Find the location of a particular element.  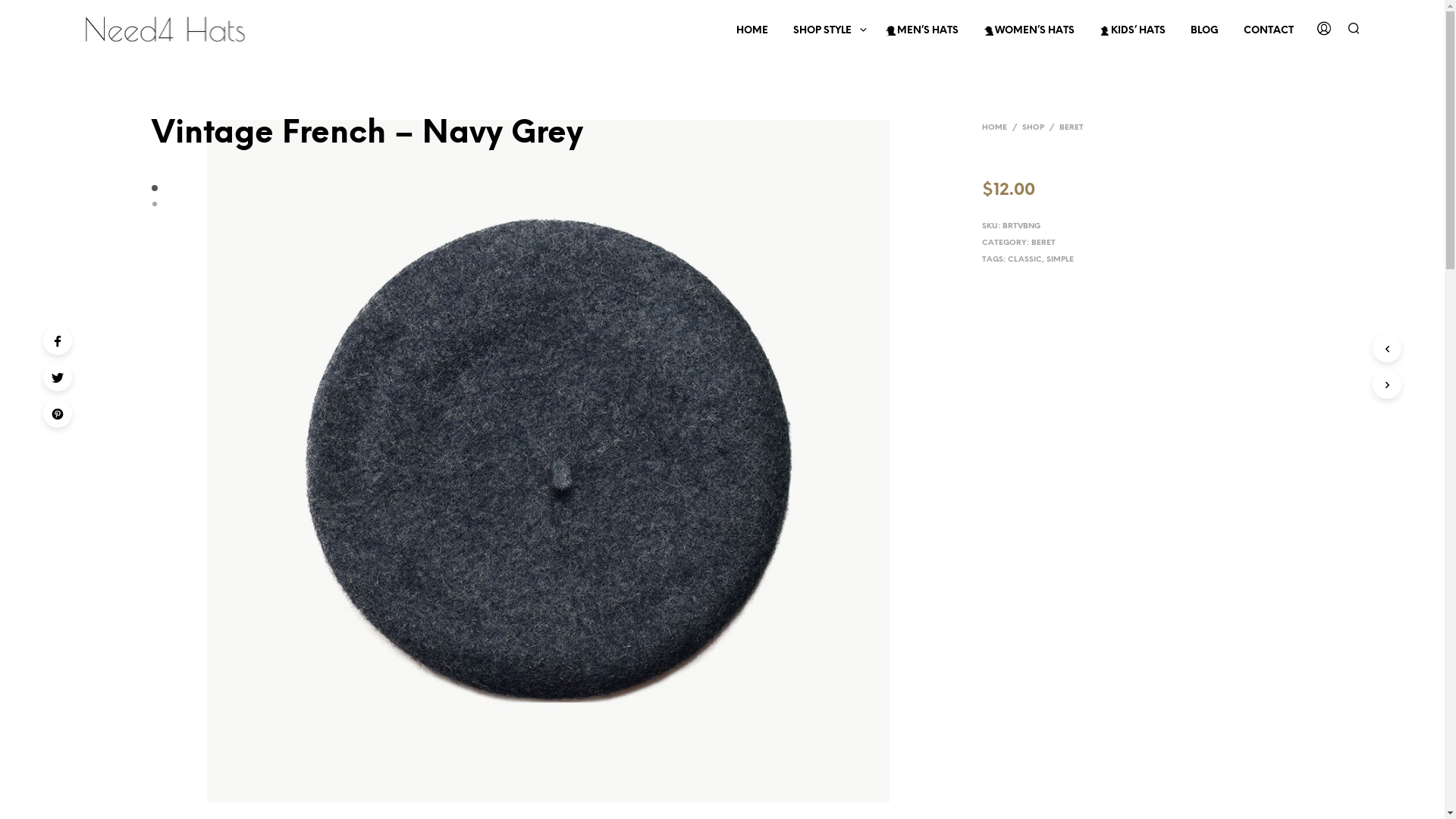

'CLASSIC' is located at coordinates (1025, 259).